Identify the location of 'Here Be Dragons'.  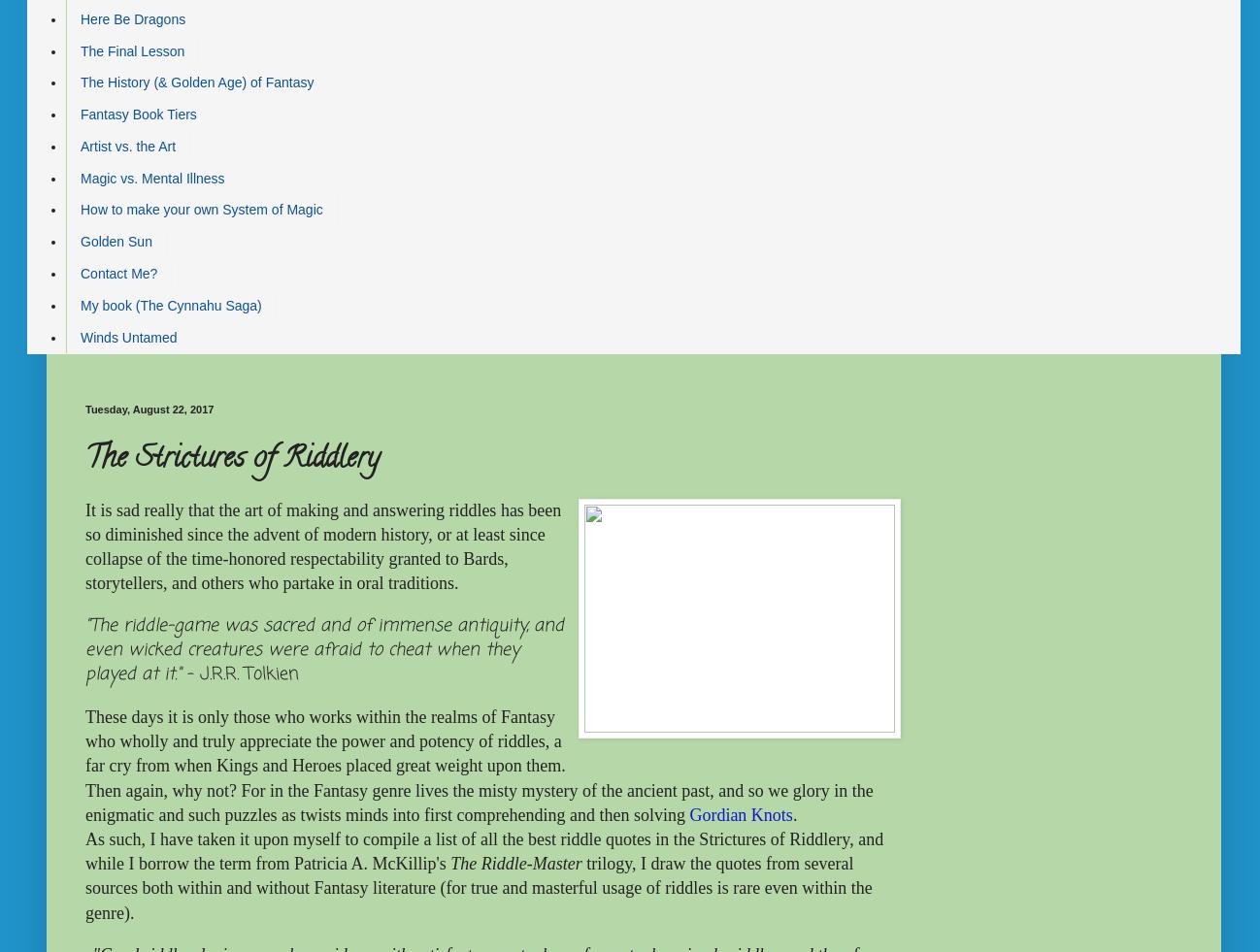
(131, 17).